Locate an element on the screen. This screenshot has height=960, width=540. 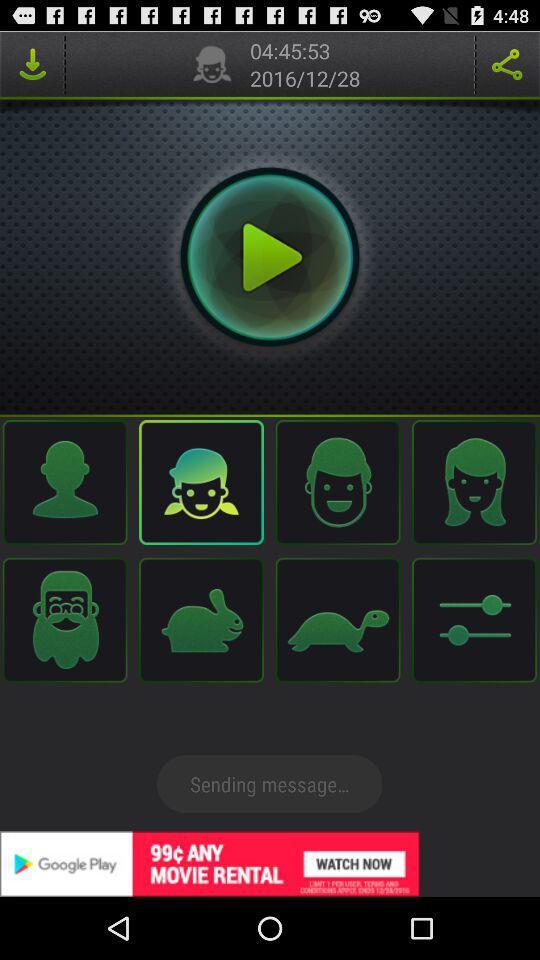
sounds is located at coordinates (270, 256).